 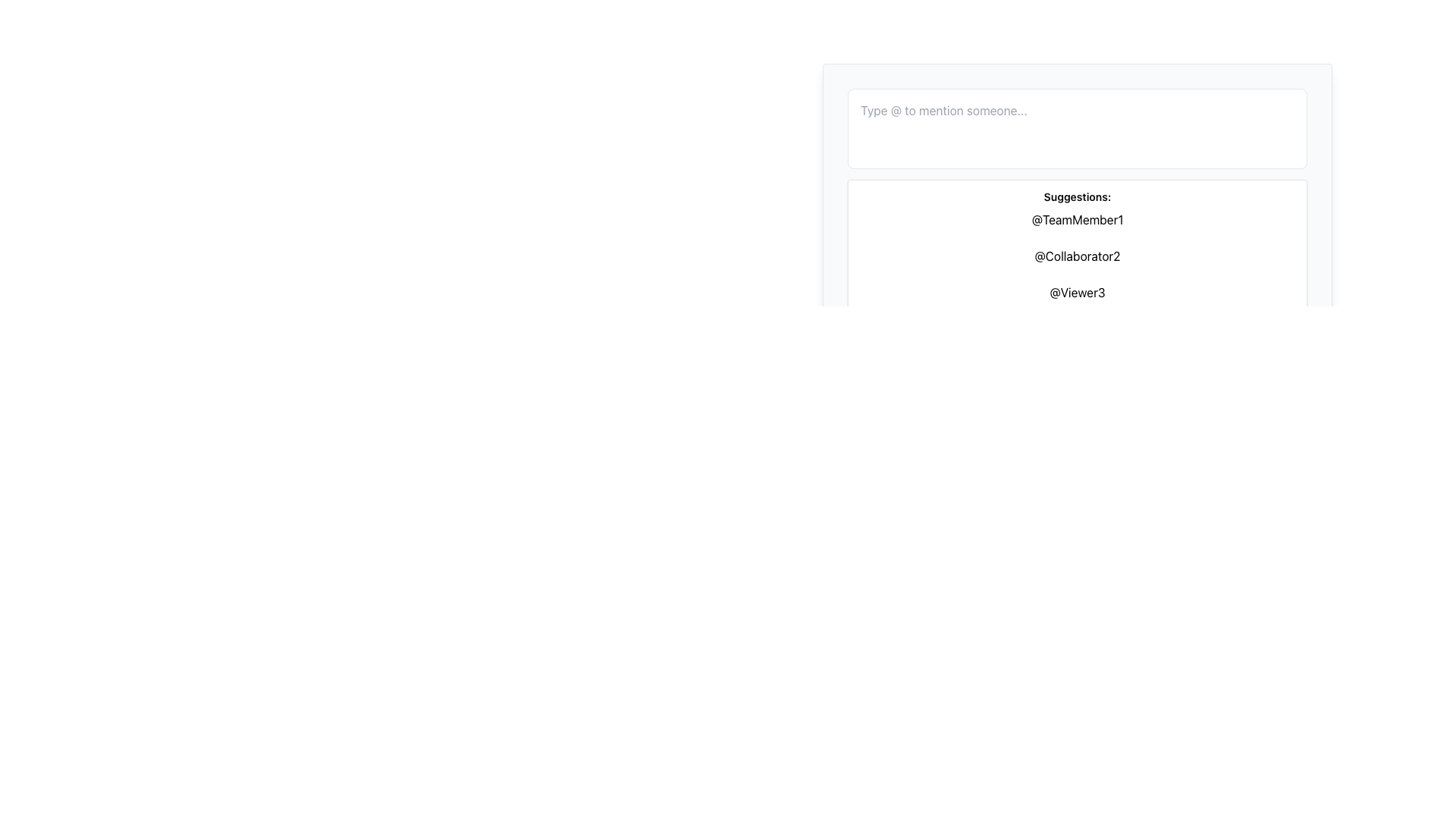 I want to click on the second suggestion in the list under the 'Suggestions:' section to observe the highlight effect, so click(x=1076, y=256).